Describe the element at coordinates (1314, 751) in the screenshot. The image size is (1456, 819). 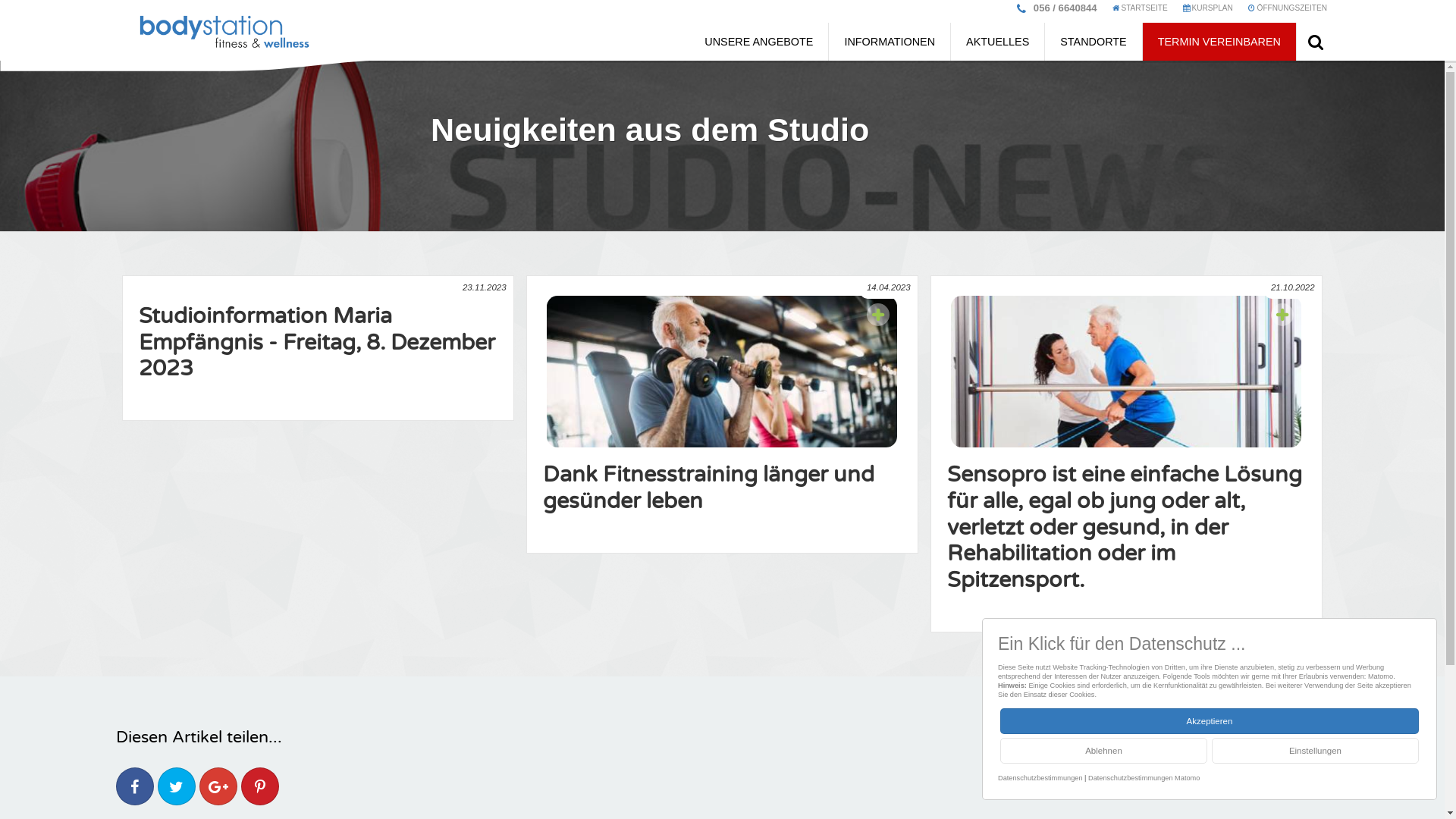
I see `'Einstellungen'` at that location.